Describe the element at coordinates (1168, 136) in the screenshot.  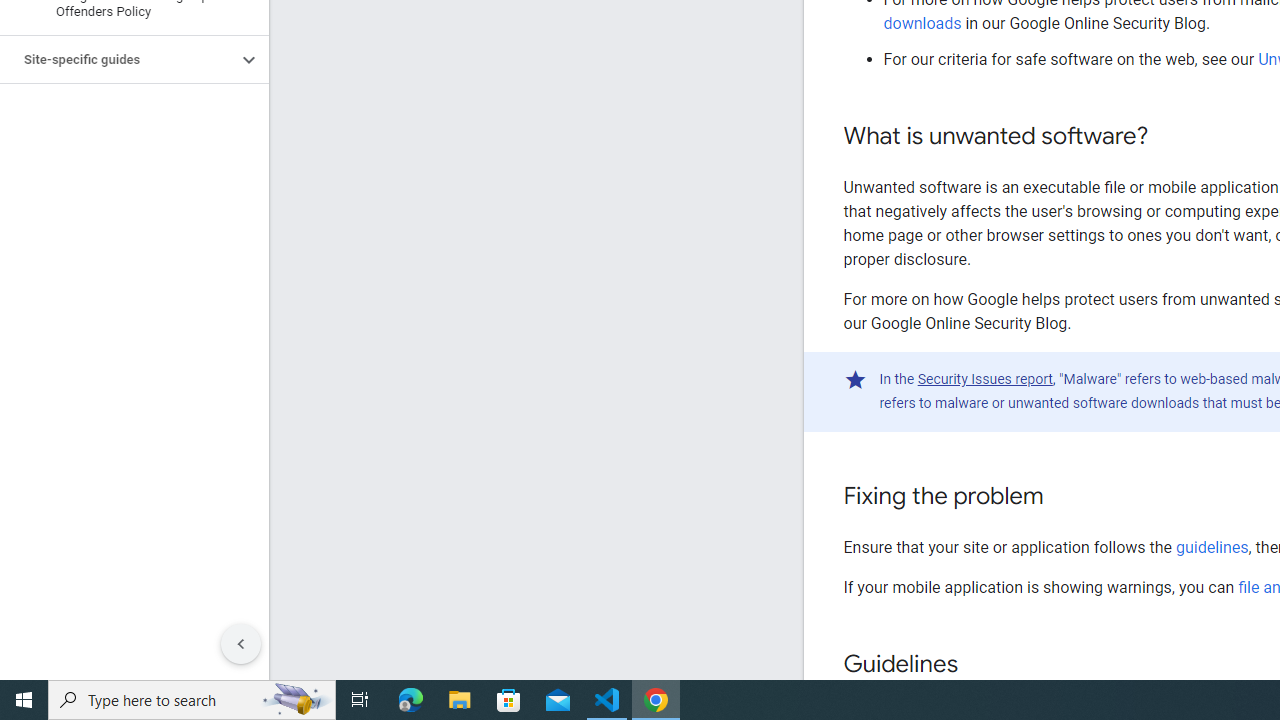
I see `'Copy link to this section: What is unwanted software?'` at that location.